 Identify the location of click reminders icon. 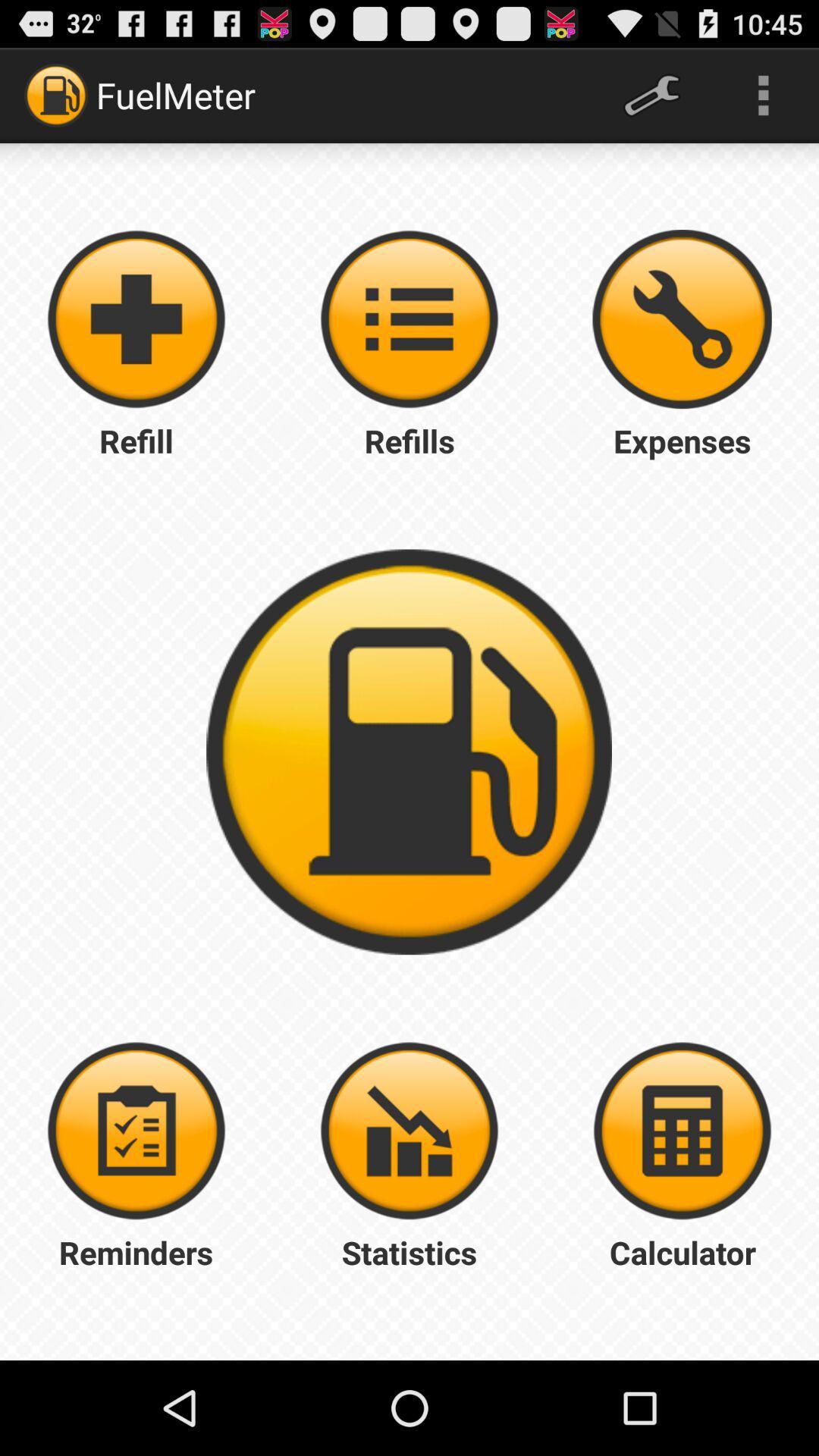
(136, 1131).